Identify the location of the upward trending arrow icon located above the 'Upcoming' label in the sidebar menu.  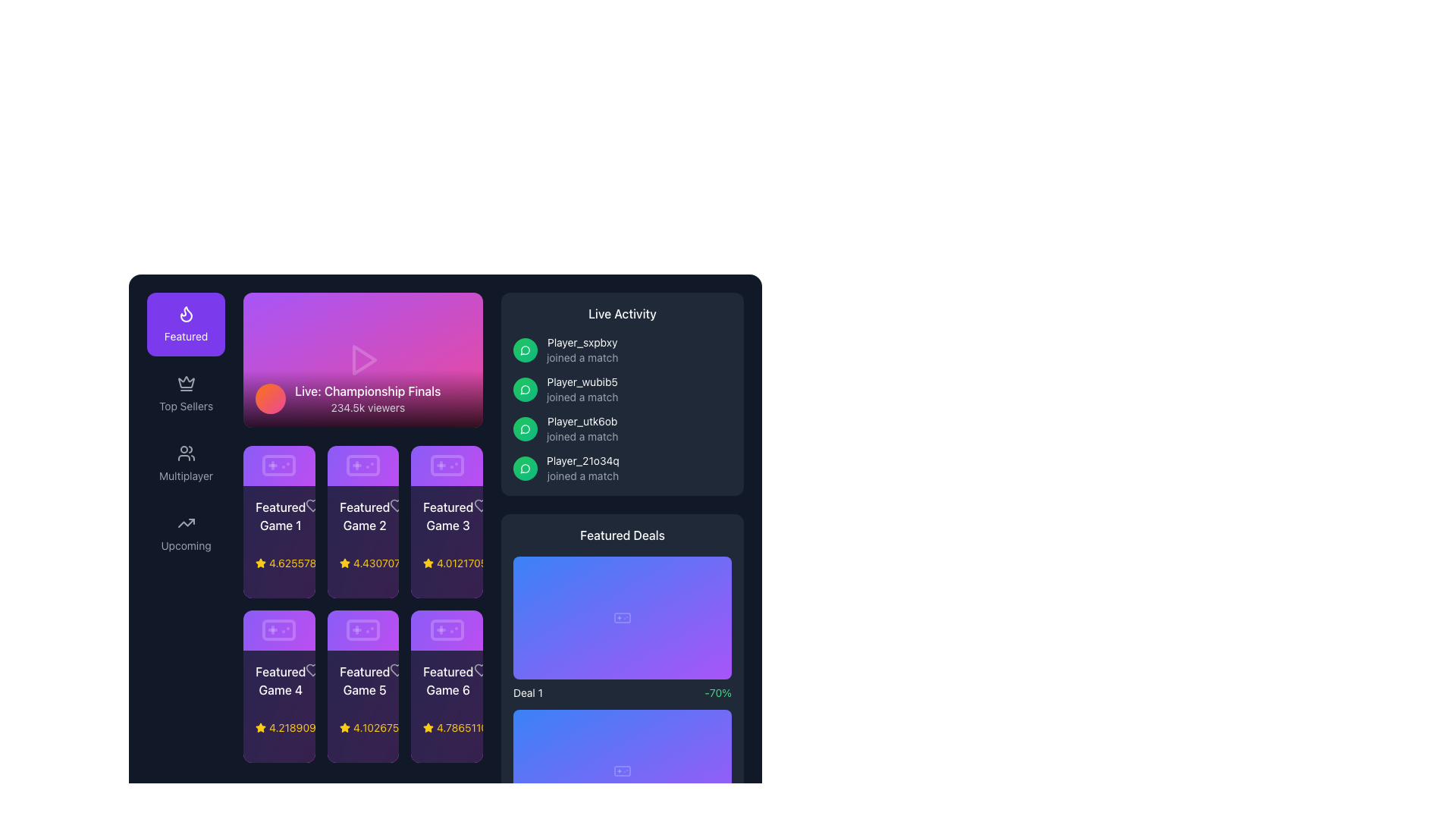
(185, 522).